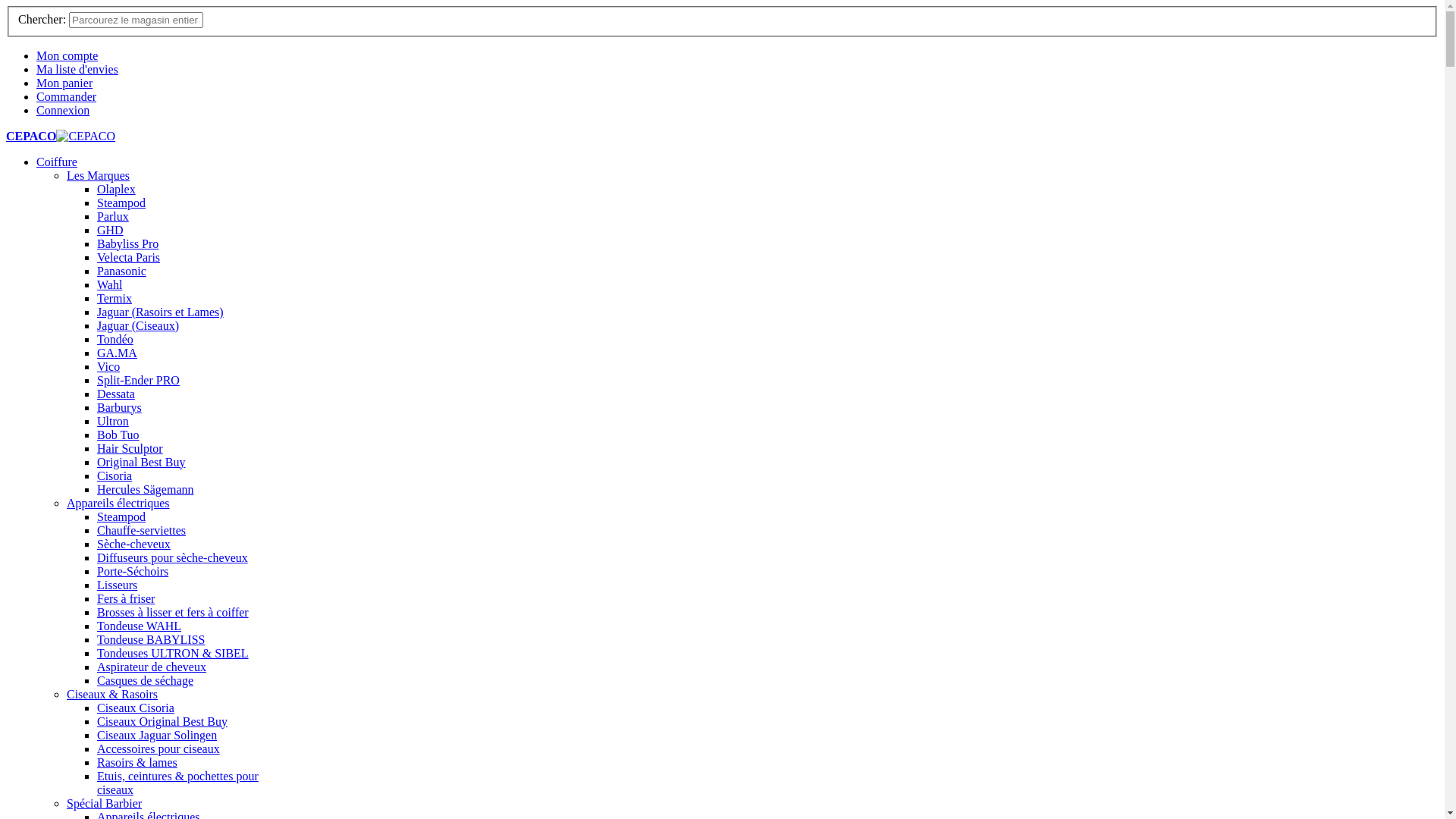  I want to click on 'Les Marques', so click(97, 174).